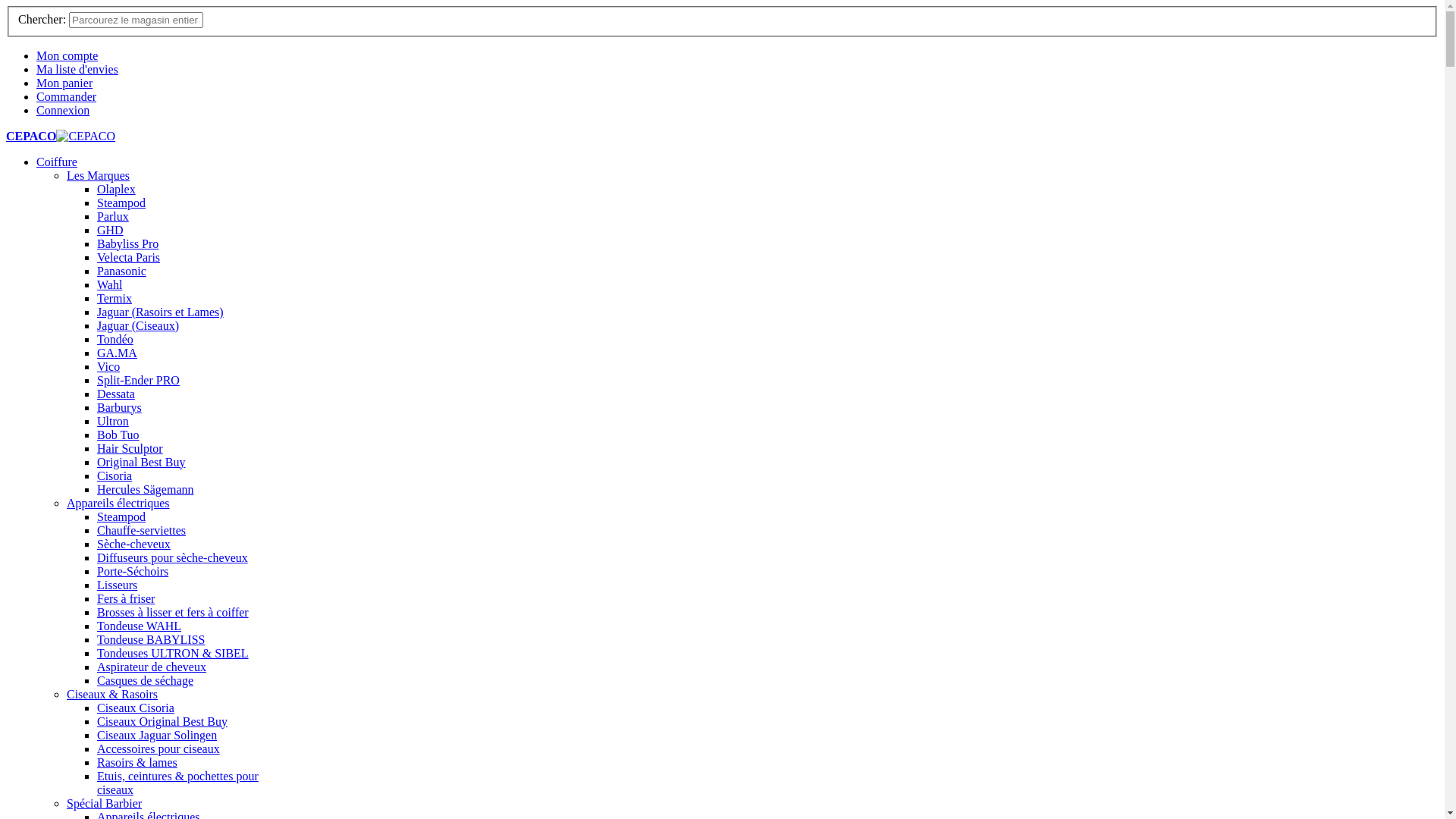  I want to click on 'Les Marques', so click(97, 174).